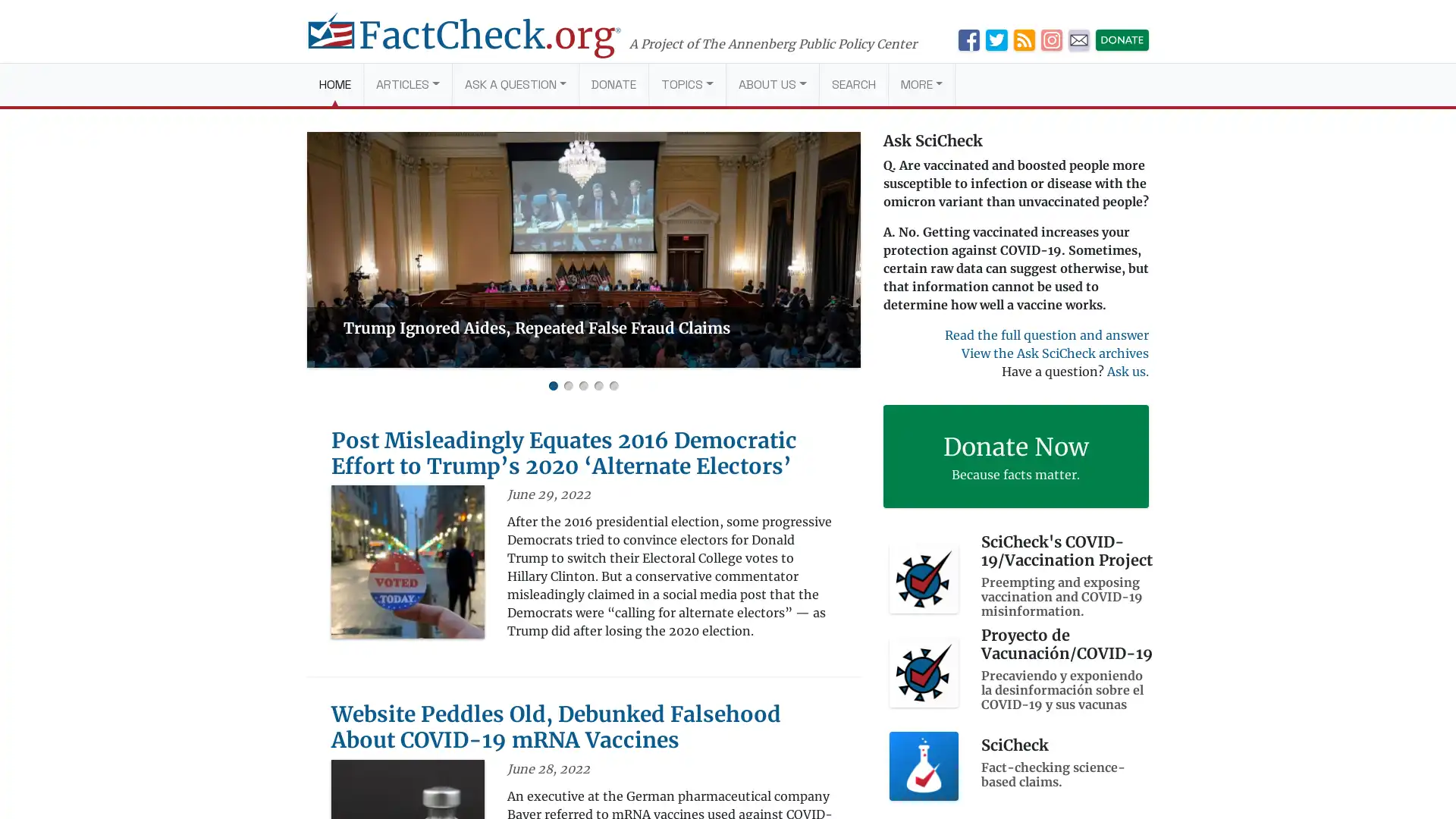  Describe the element at coordinates (843, 249) in the screenshot. I see `Next` at that location.